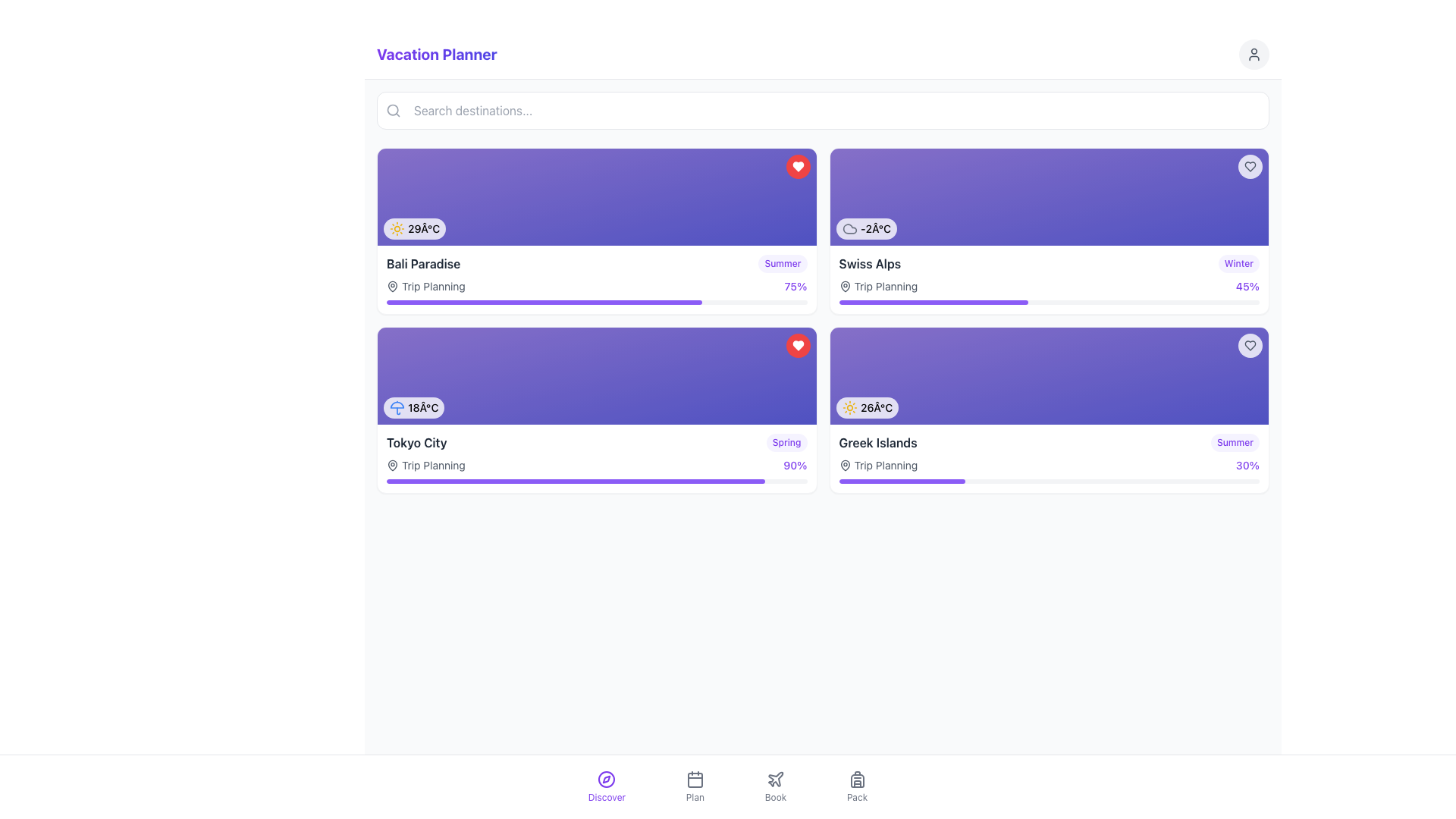  Describe the element at coordinates (694, 786) in the screenshot. I see `the 'Plan' button located in the bottom navbar, which features a calendar icon above the text 'Plan'` at that location.